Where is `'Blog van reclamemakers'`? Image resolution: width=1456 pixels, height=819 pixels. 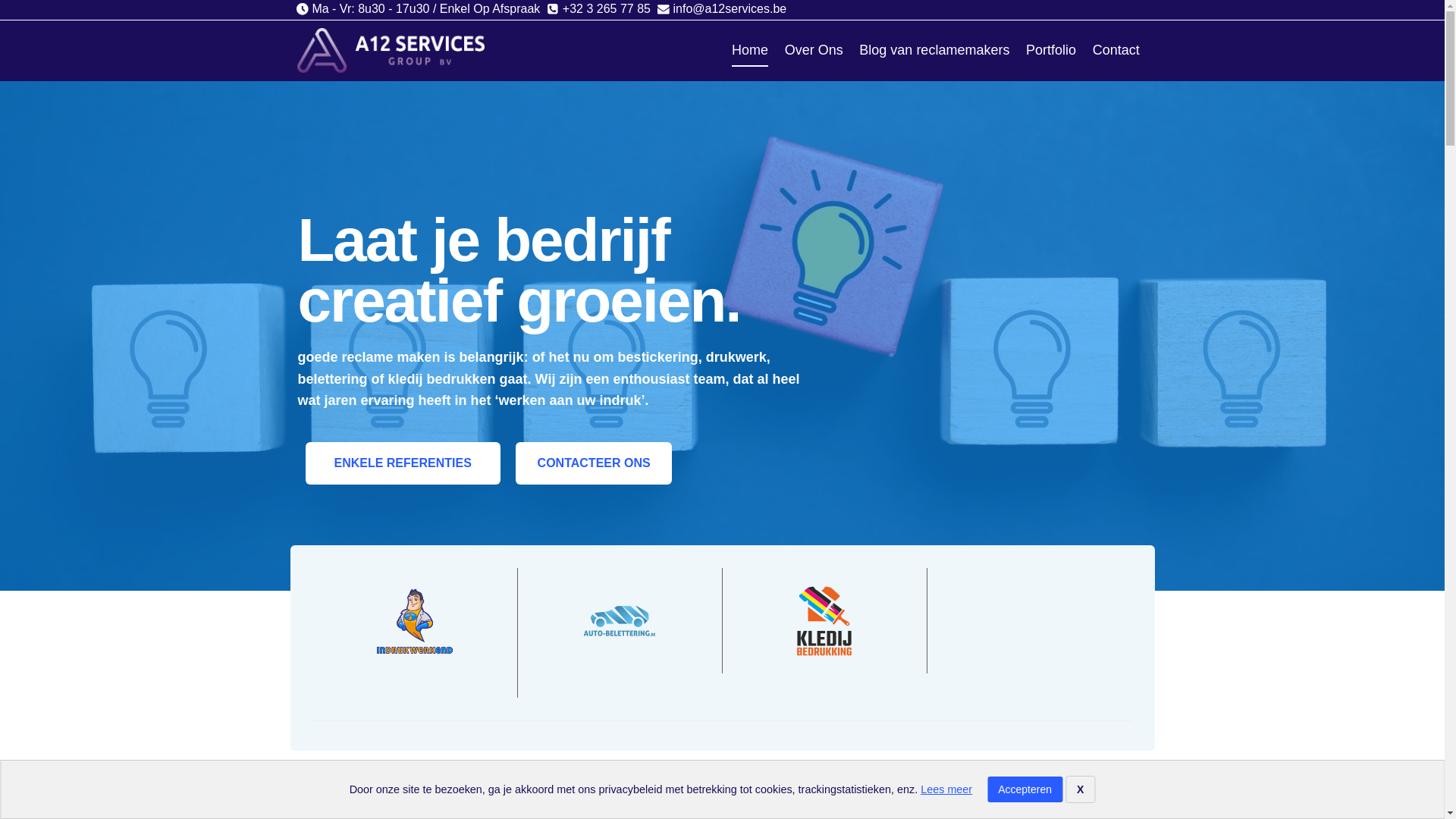 'Blog van reclamemakers' is located at coordinates (852, 49).